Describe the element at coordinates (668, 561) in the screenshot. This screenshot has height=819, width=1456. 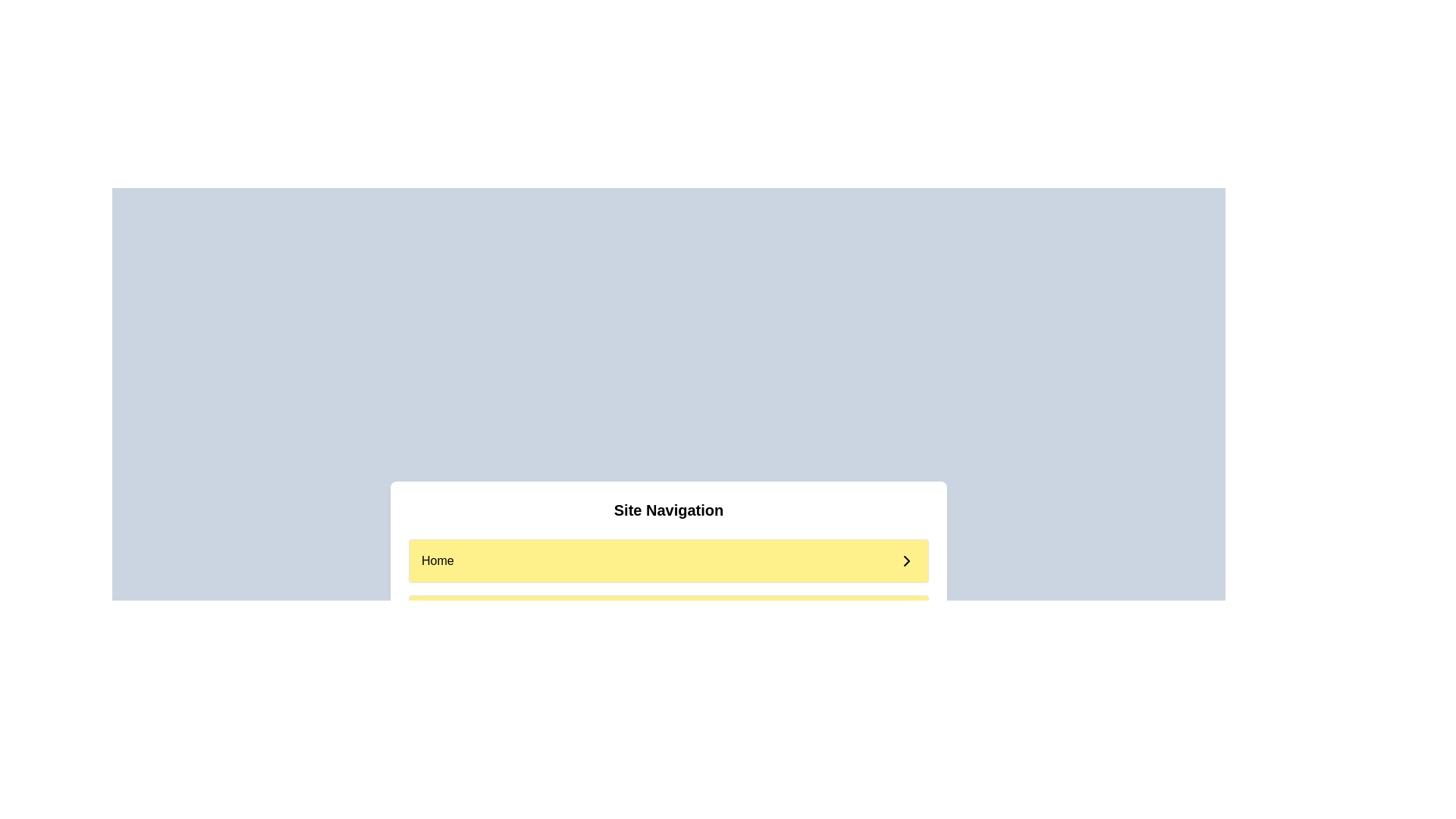
I see `the menu item Home to select it` at that location.